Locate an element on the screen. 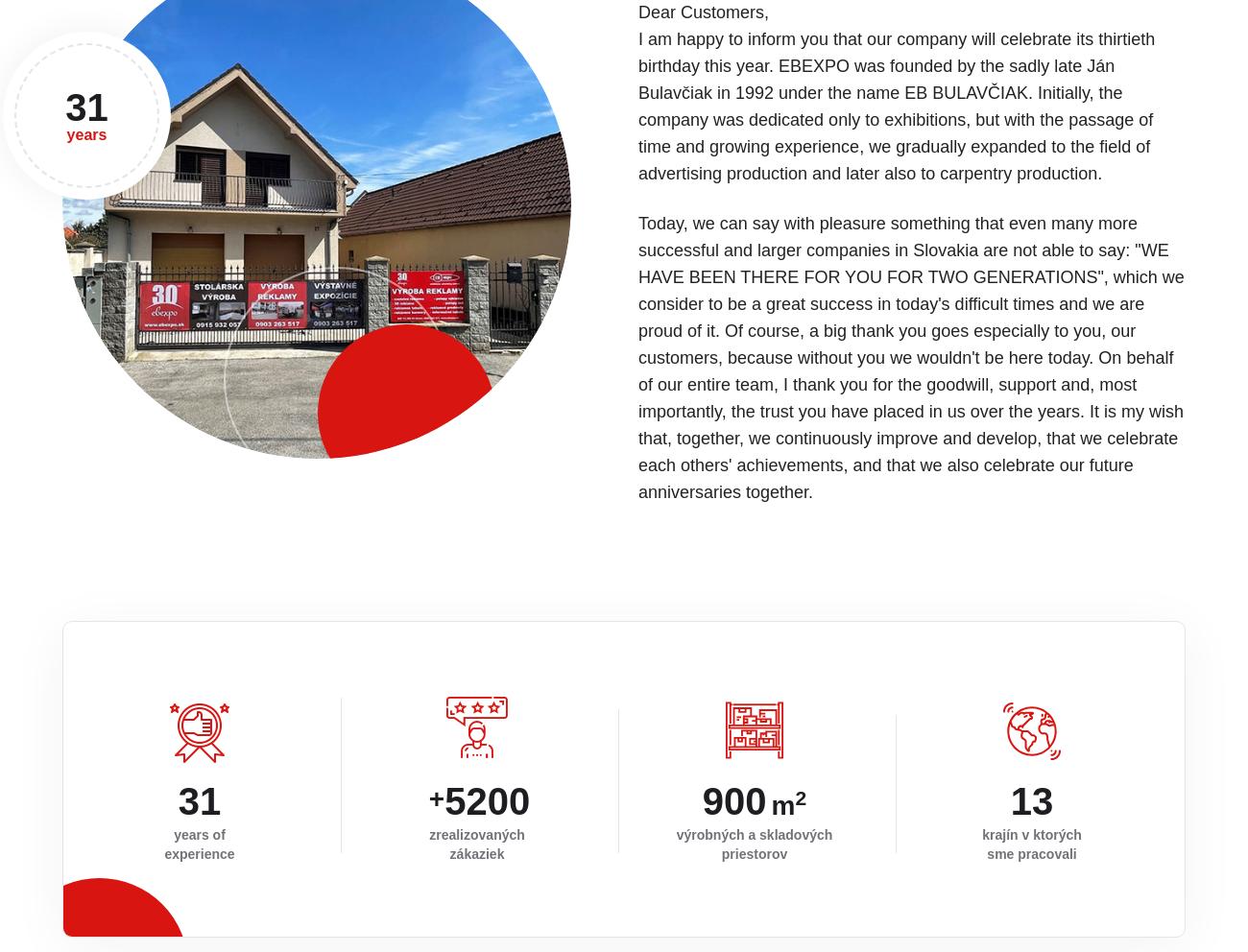 The height and width of the screenshot is (952, 1248). 'Portfolio' is located at coordinates (1048, 820).